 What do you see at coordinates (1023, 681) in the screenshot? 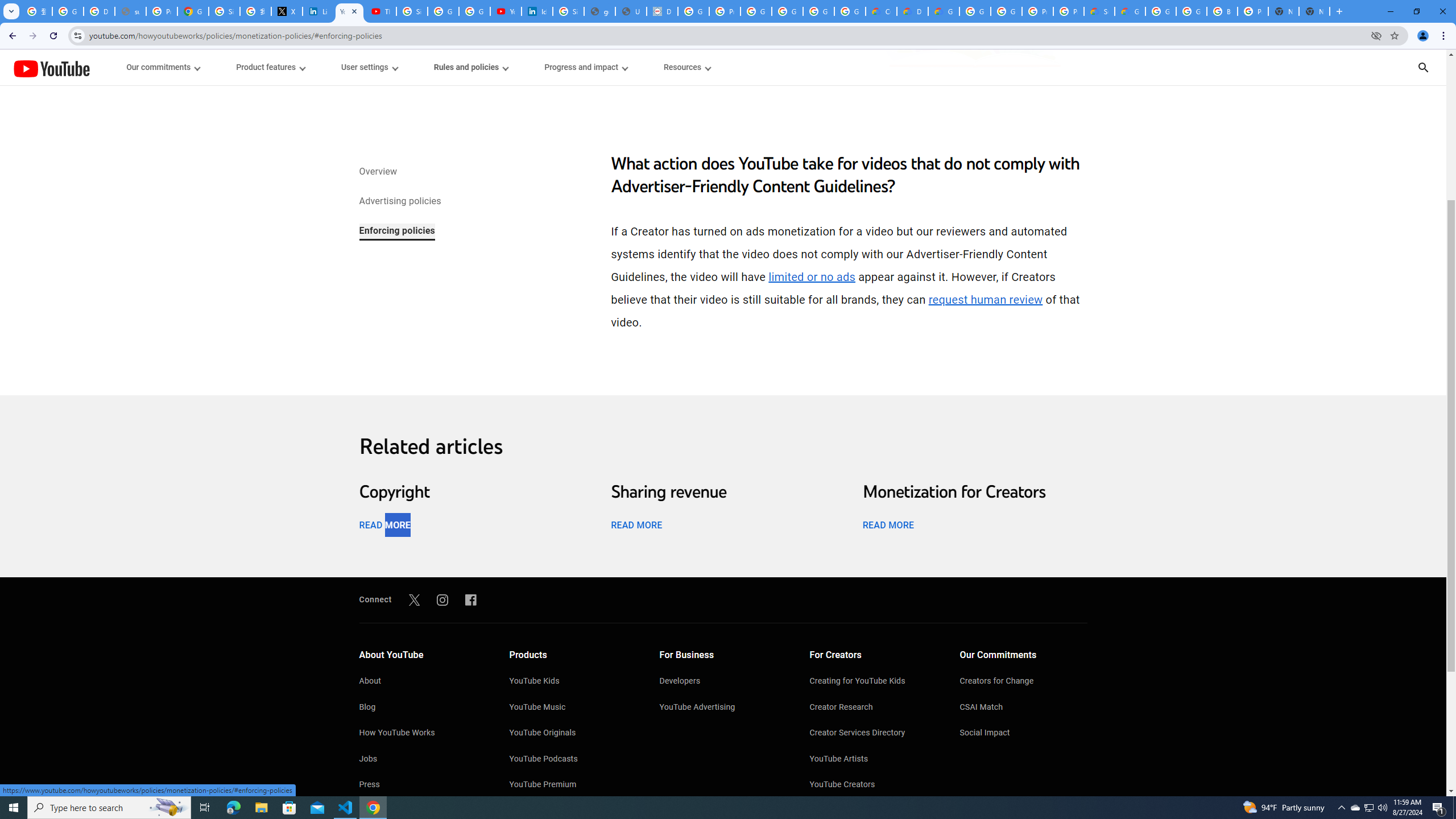
I see `'Creators for Change'` at bounding box center [1023, 681].